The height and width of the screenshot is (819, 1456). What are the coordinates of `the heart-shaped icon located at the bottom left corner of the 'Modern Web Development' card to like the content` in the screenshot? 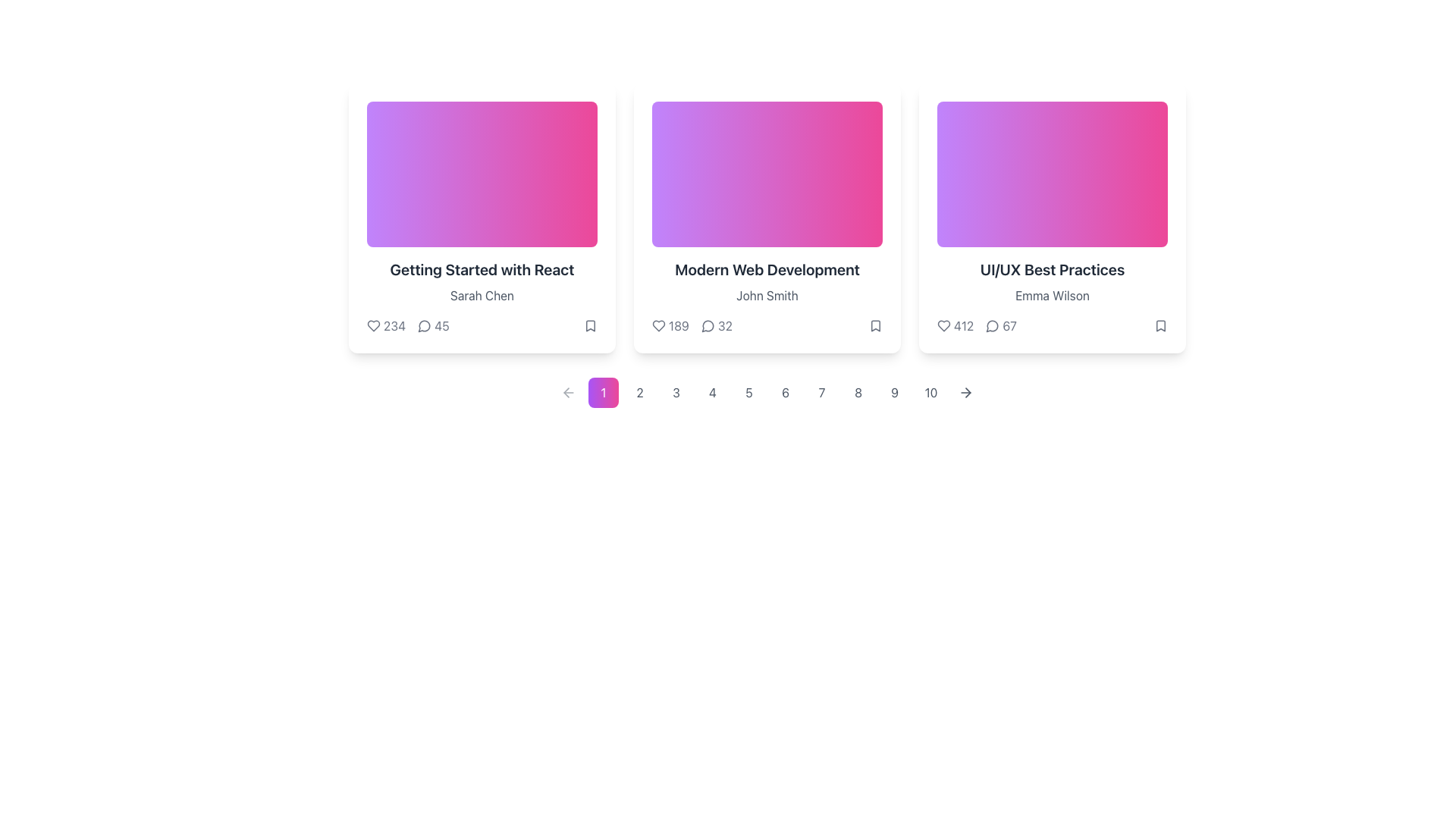 It's located at (658, 325).